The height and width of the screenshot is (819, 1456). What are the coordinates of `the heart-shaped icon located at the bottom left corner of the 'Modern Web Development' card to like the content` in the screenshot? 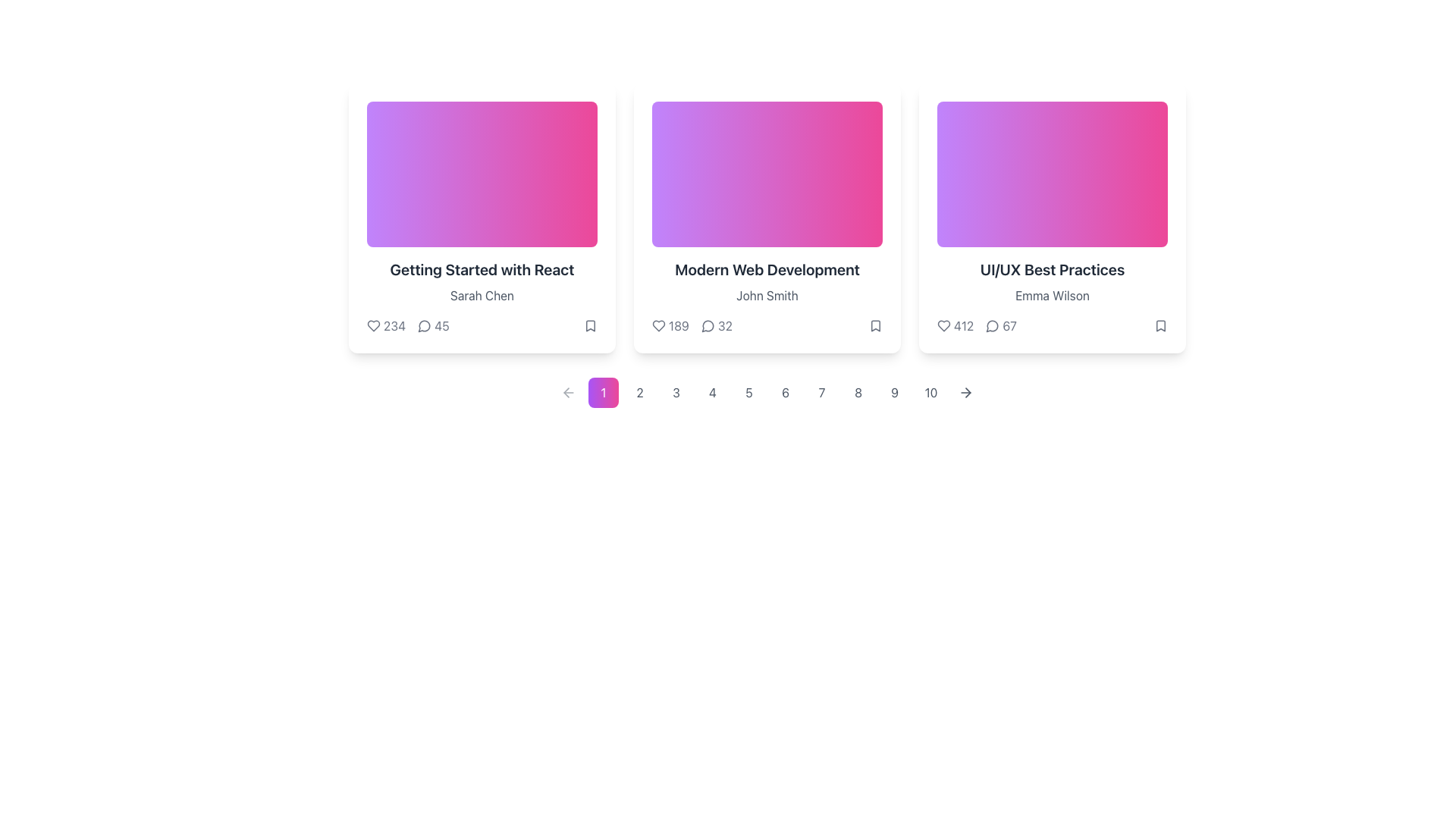 It's located at (658, 325).